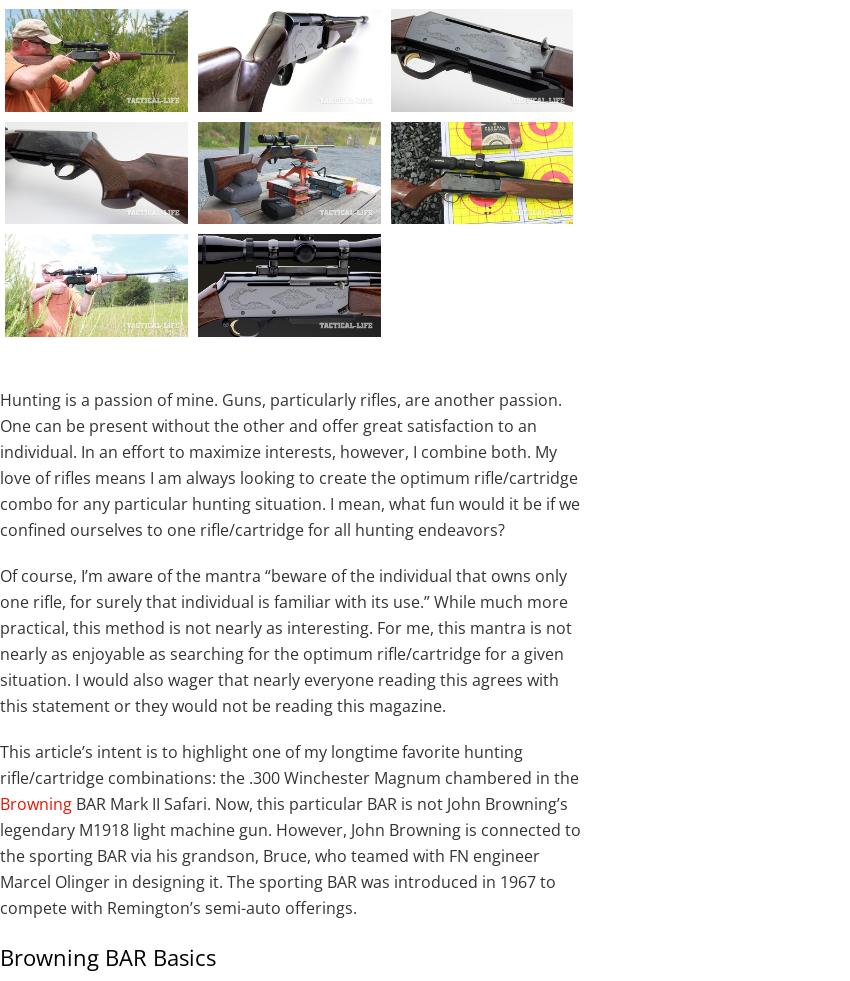 The width and height of the screenshot is (850, 981). I want to click on 'Browning', so click(35, 803).